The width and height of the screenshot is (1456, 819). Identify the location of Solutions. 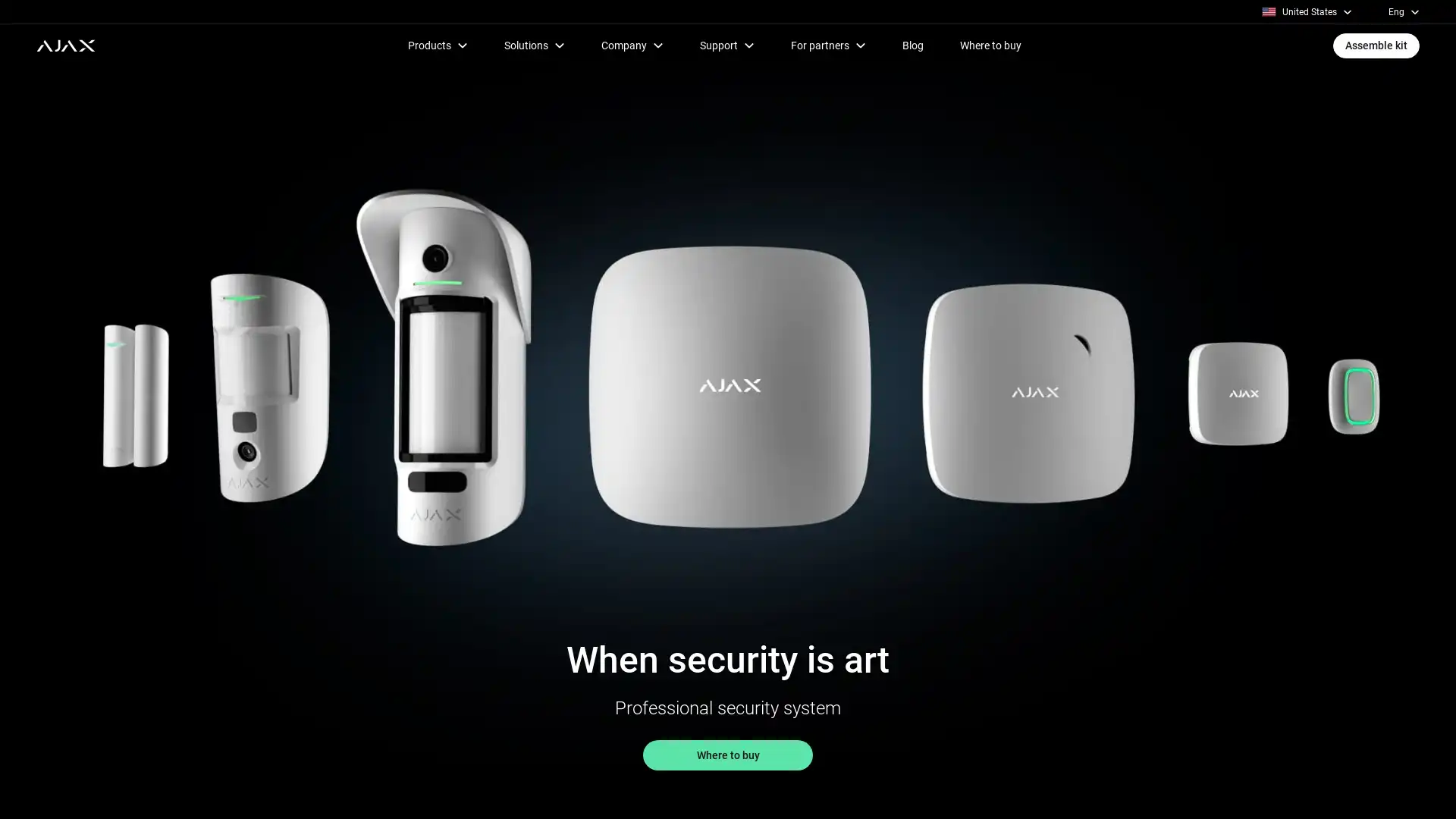
(534, 45).